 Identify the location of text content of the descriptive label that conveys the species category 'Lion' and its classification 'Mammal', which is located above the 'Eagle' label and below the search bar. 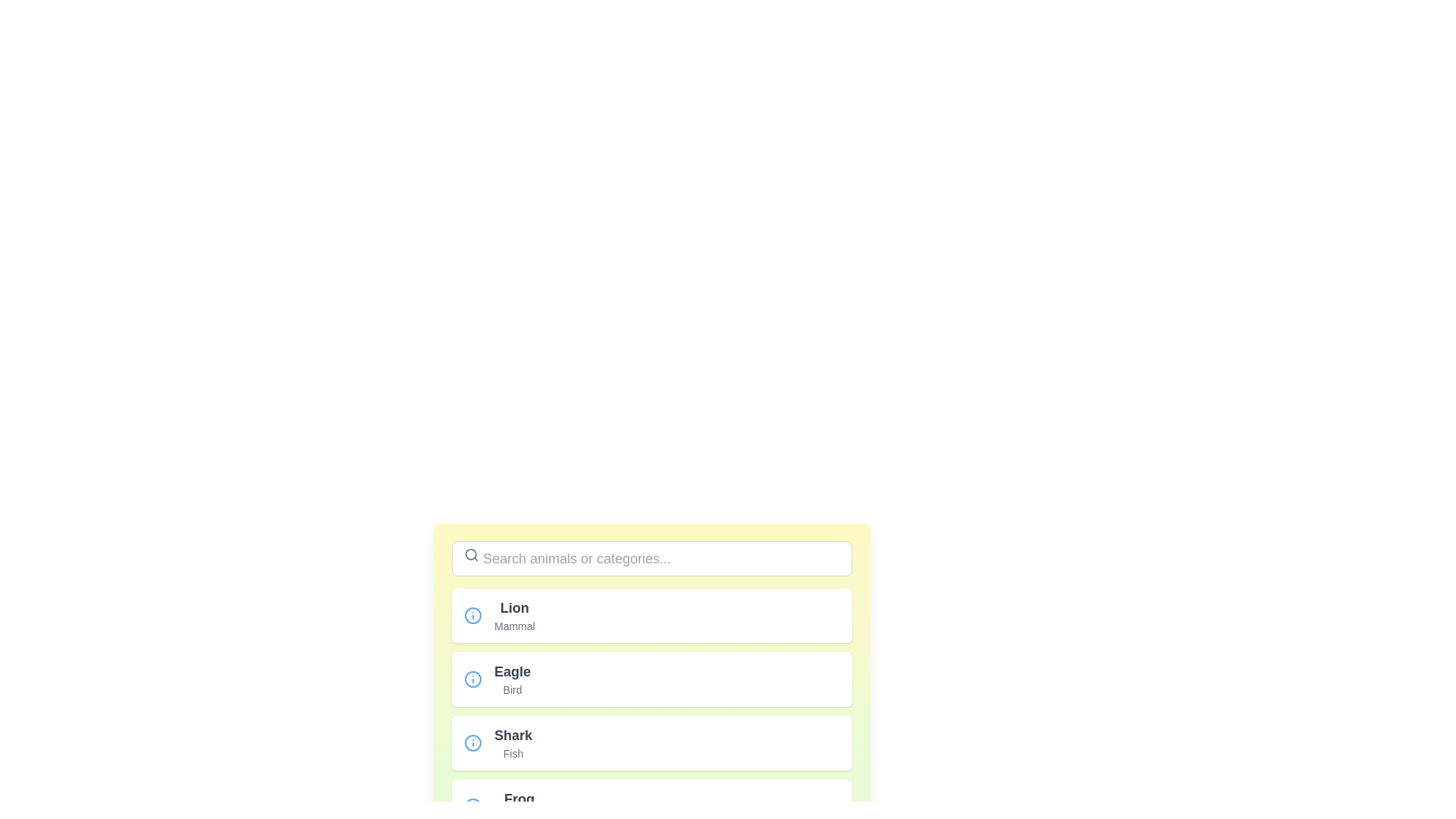
(514, 616).